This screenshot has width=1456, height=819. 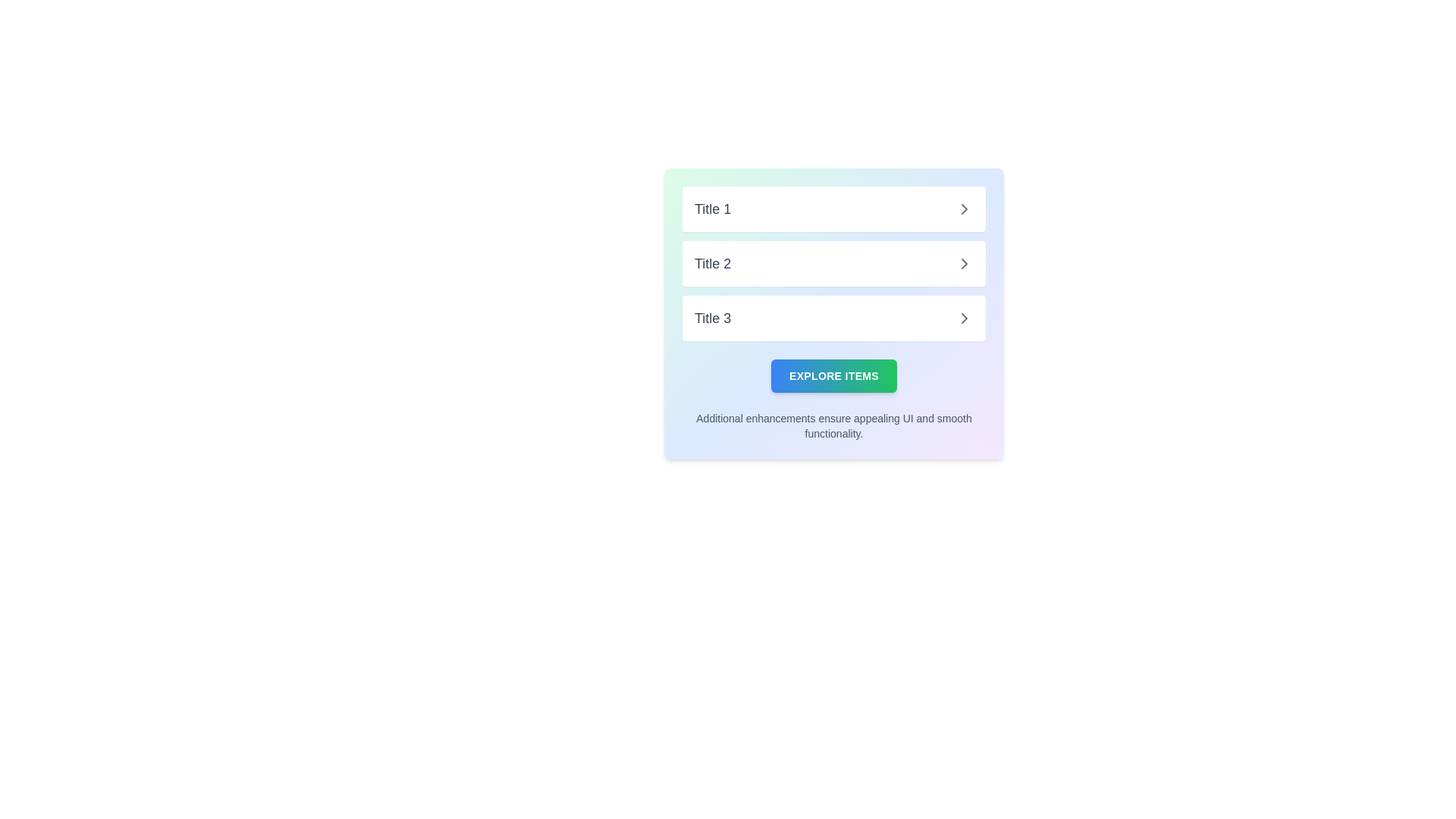 I want to click on the Static Text Label displaying 'Title 1', which is located in the topmost row of a vertical list, to the left of a chevron icon, so click(x=712, y=209).